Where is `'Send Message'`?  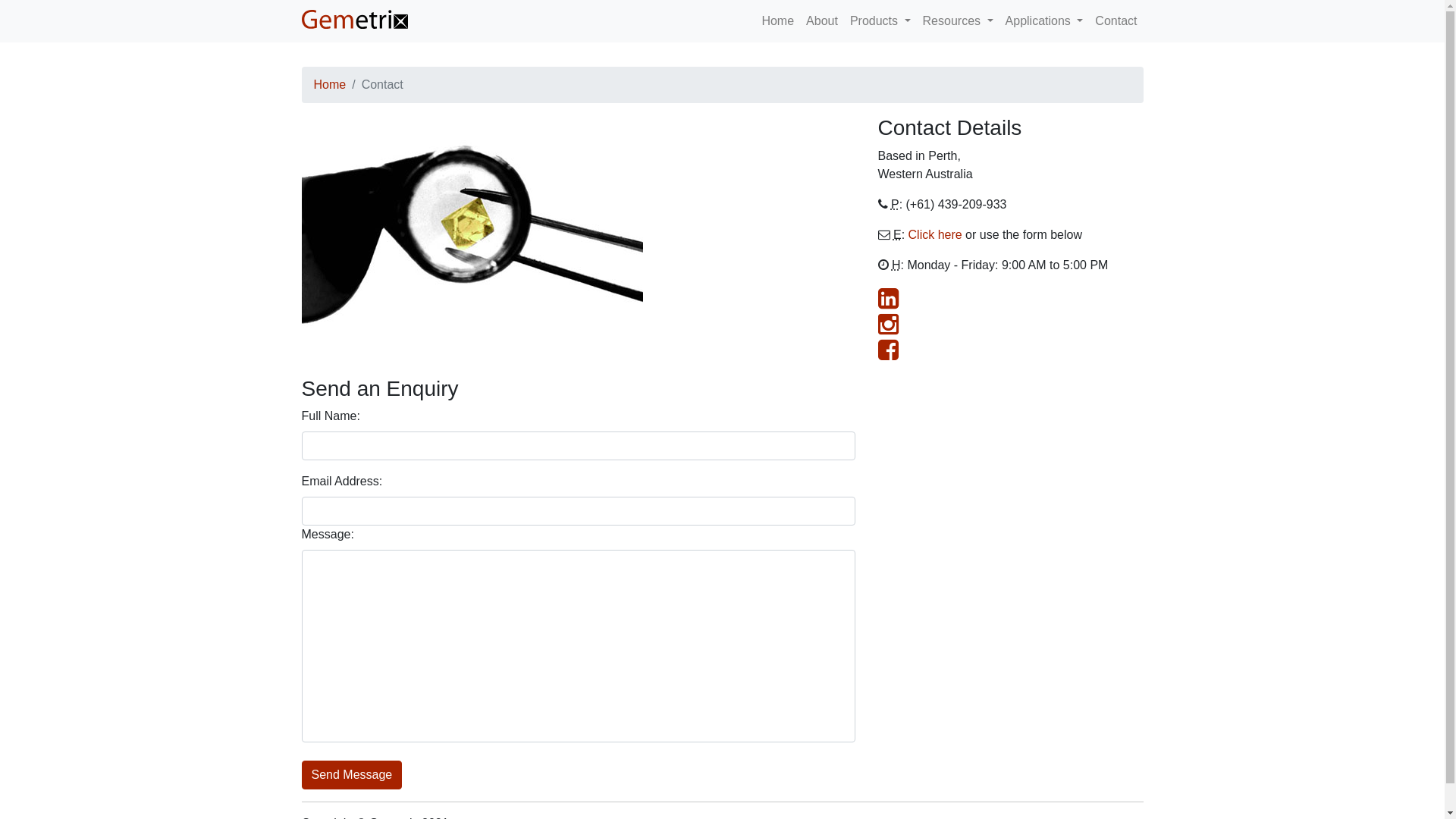 'Send Message' is located at coordinates (351, 775).